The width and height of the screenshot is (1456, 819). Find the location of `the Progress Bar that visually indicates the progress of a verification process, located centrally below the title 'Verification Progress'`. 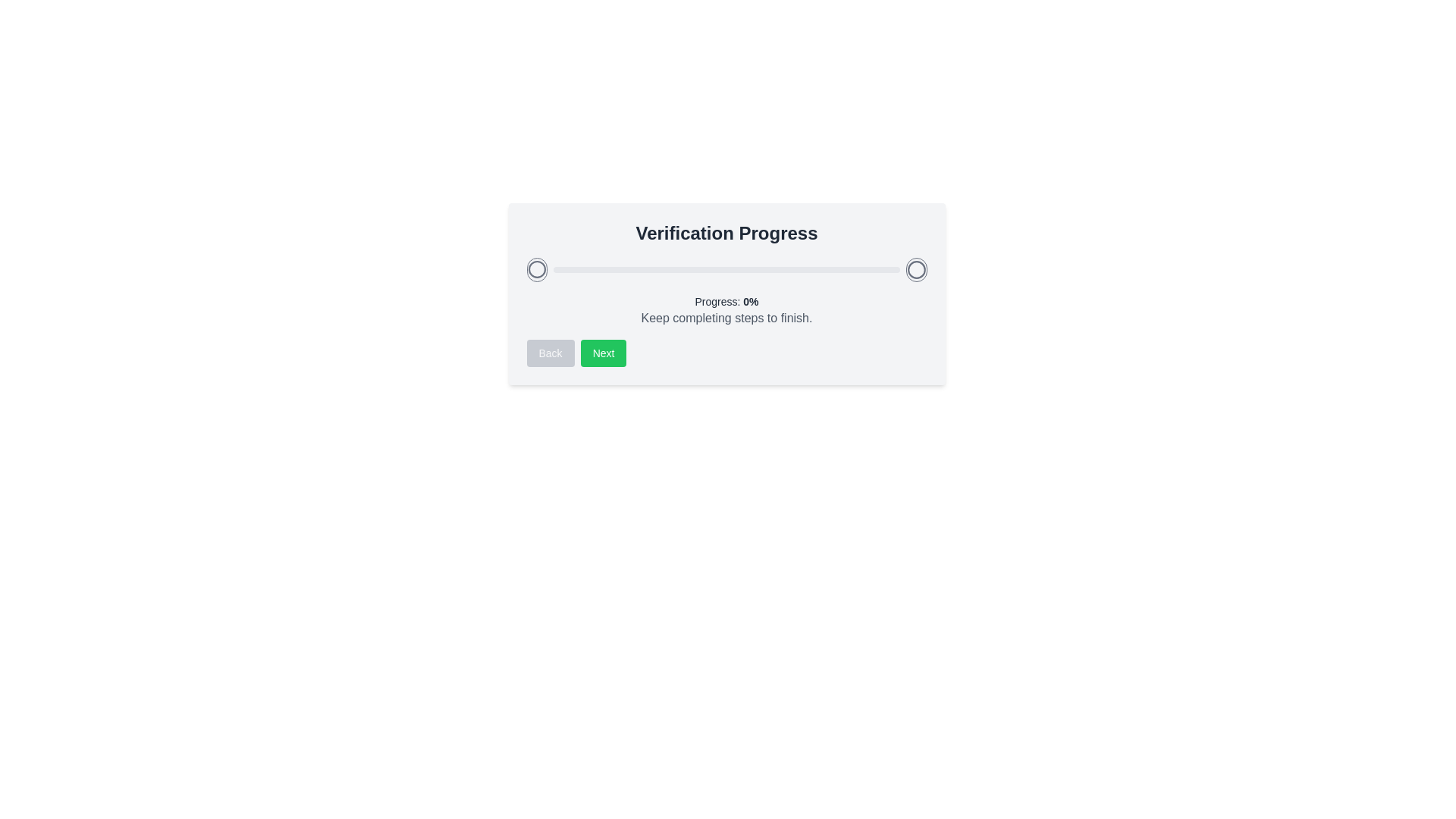

the Progress Bar that visually indicates the progress of a verification process, located centrally below the title 'Verification Progress' is located at coordinates (726, 268).